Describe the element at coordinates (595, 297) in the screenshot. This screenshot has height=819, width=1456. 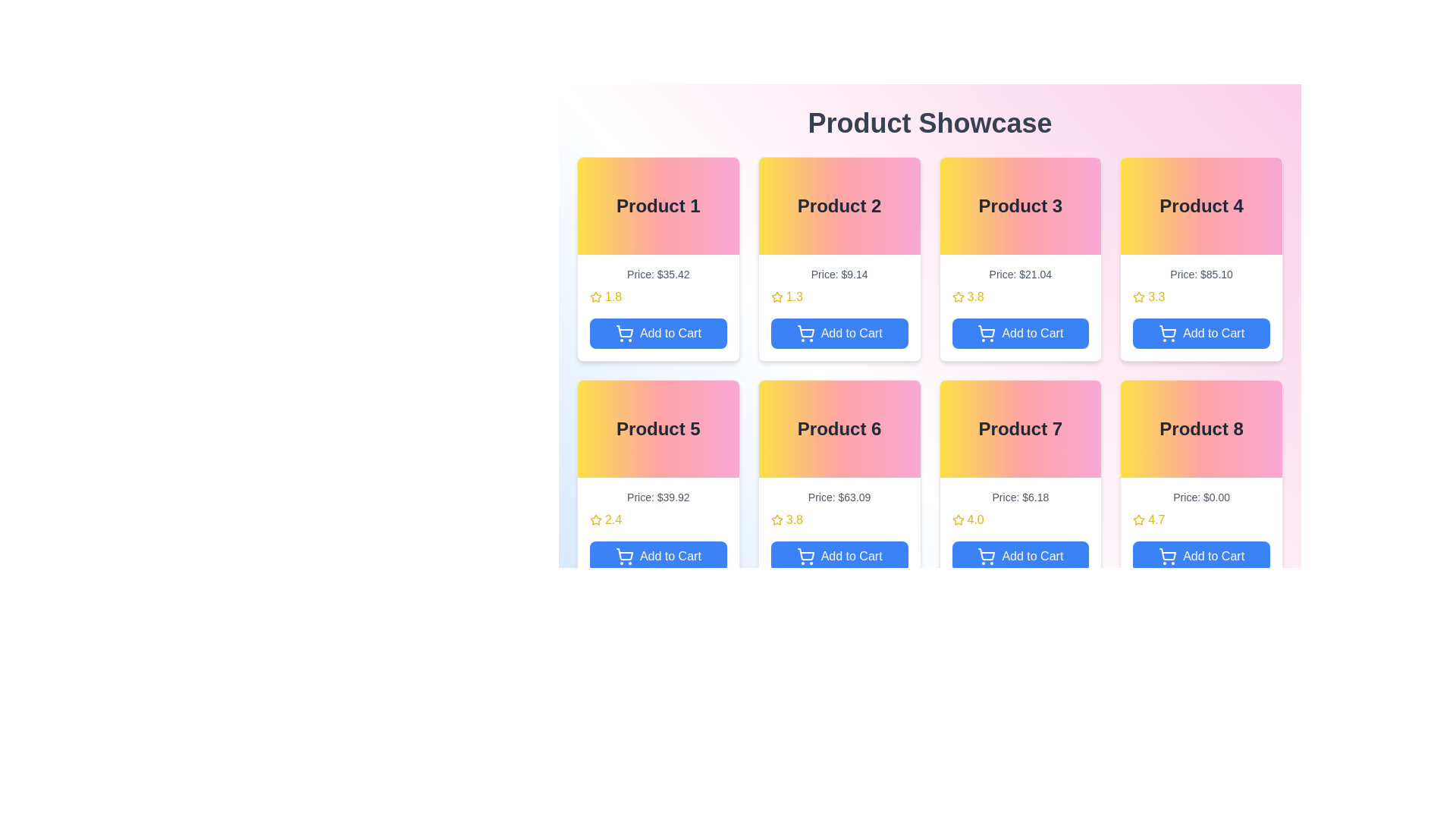
I see `the rating represented by the star icon associated with the rating of '1.8' in the first product card located in the top-left corner of the interface` at that location.